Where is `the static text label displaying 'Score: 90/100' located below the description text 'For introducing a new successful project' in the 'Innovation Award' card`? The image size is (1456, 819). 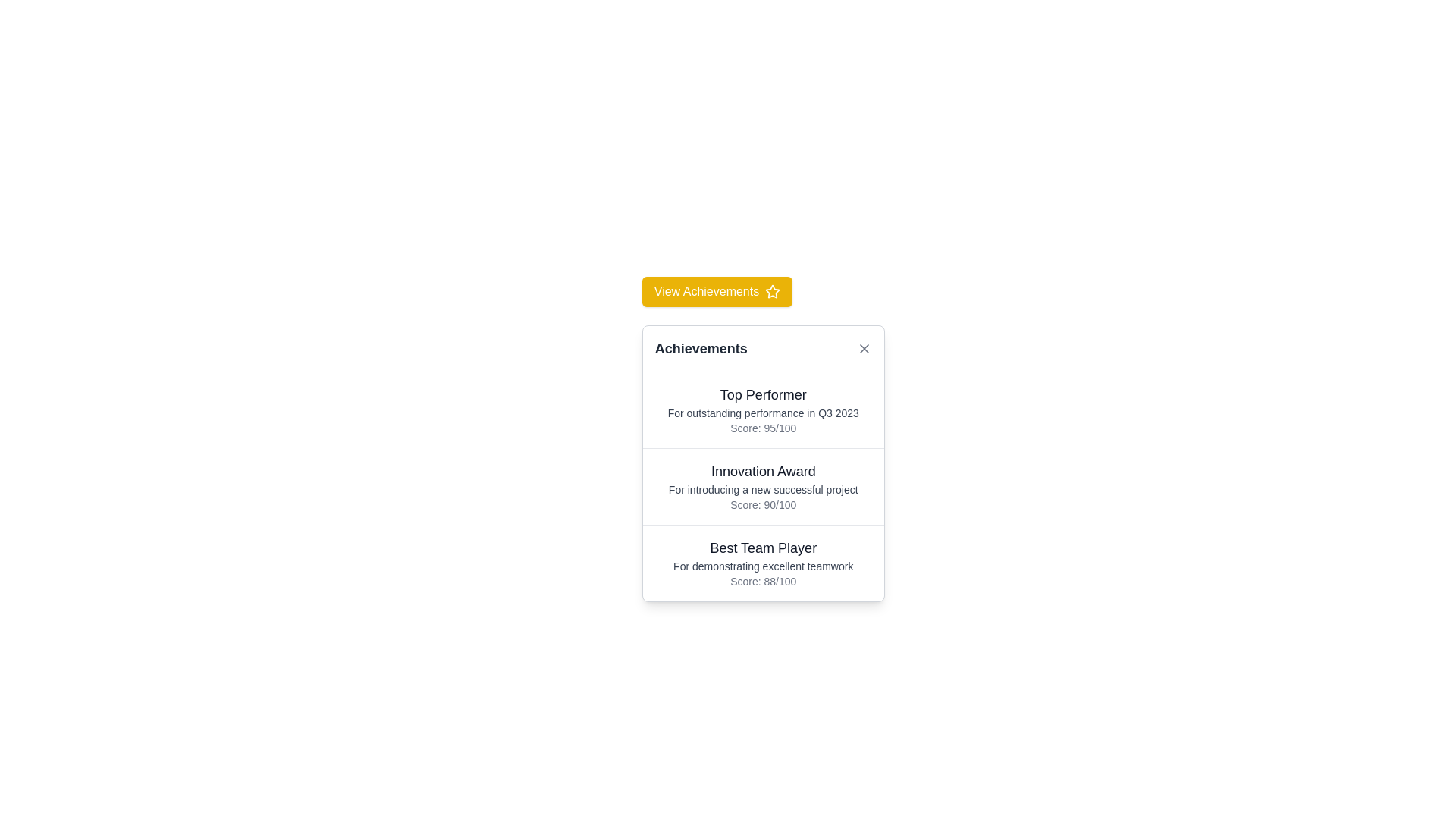
the static text label displaying 'Score: 90/100' located below the description text 'For introducing a new successful project' in the 'Innovation Award' card is located at coordinates (763, 505).